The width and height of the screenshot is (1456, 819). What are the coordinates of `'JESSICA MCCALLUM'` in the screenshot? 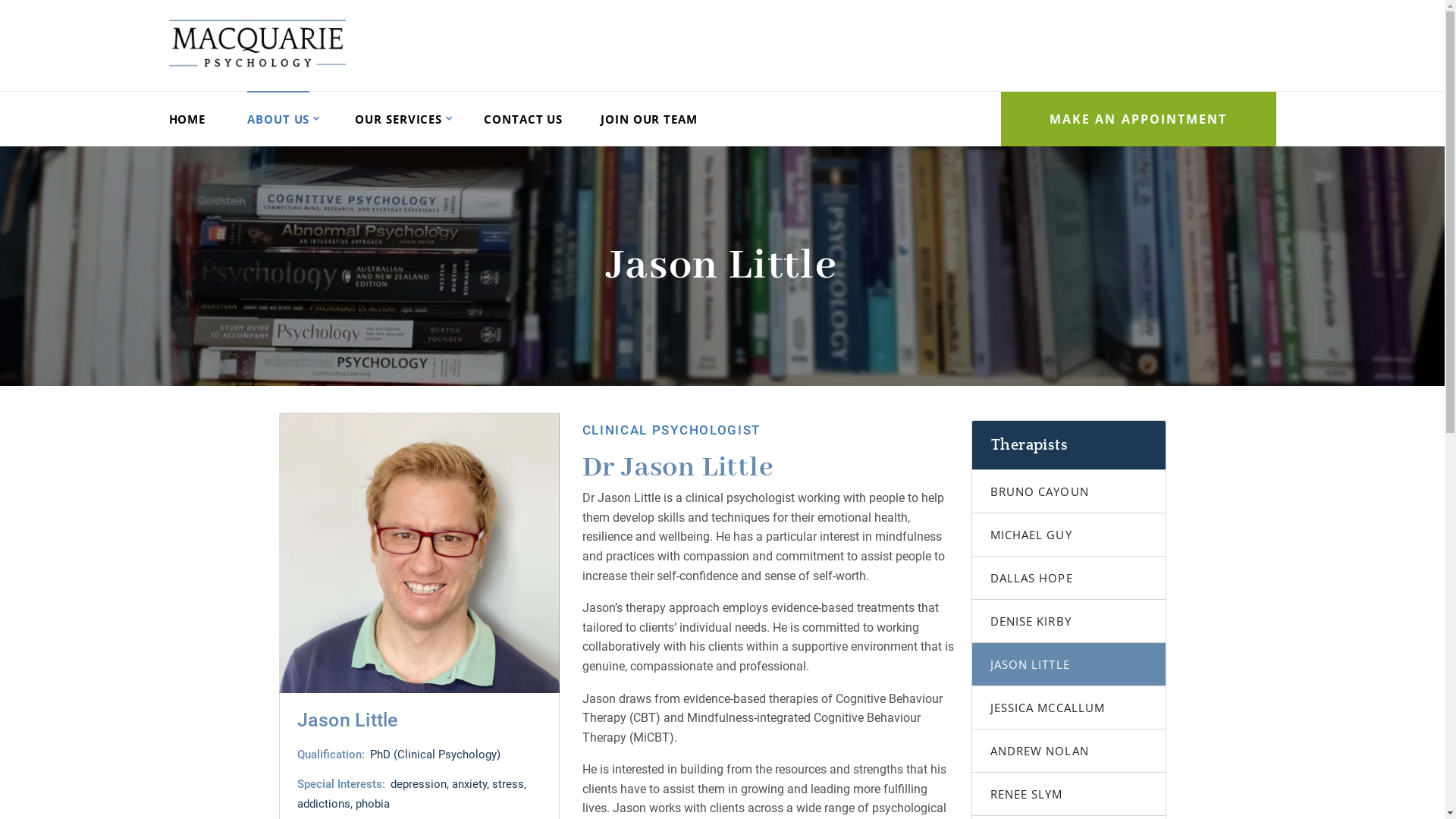 It's located at (1068, 708).